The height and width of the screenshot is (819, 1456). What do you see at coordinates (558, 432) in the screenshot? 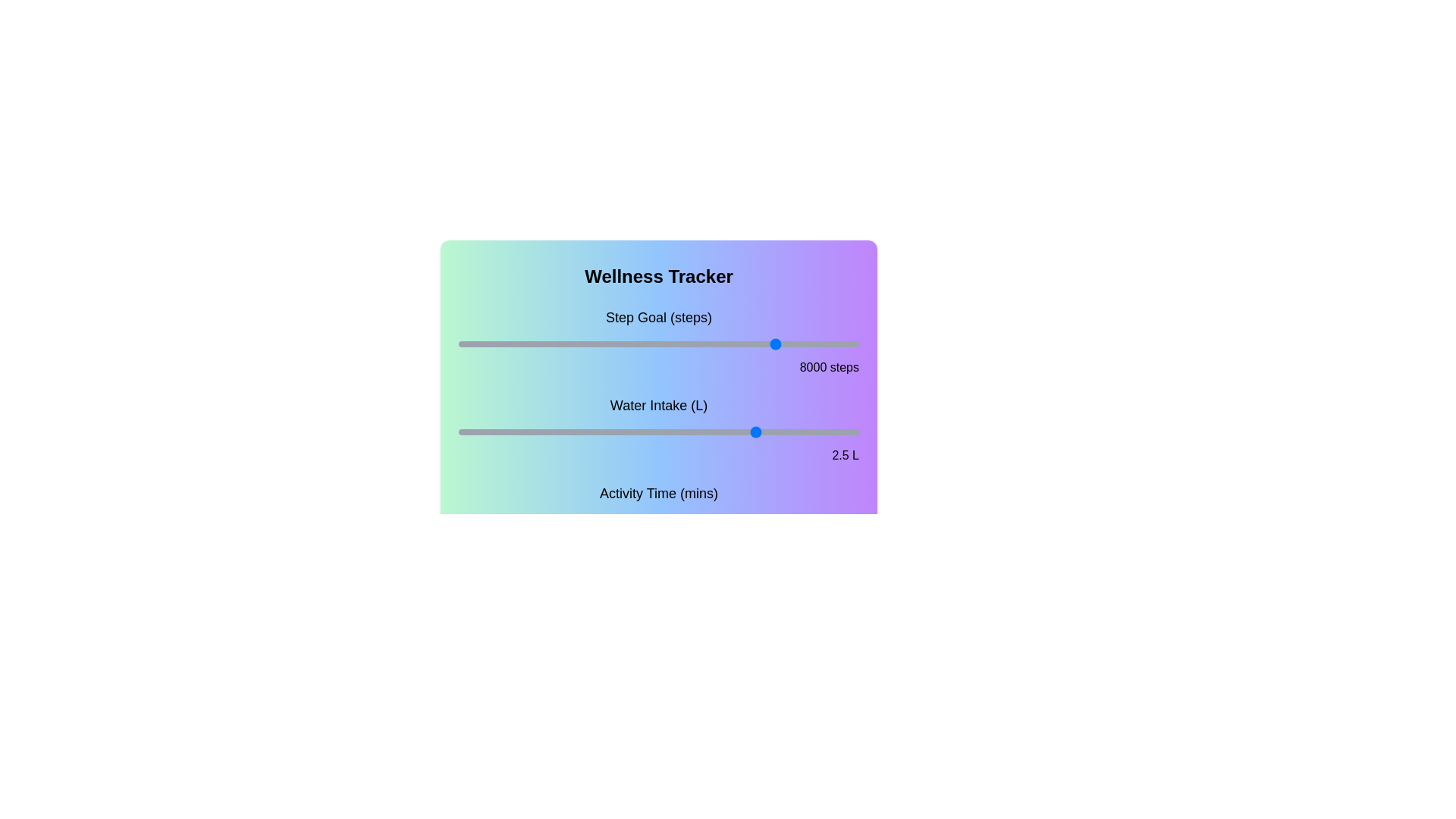
I see `the water intake slider to set the water intake to 1 liters` at bounding box center [558, 432].